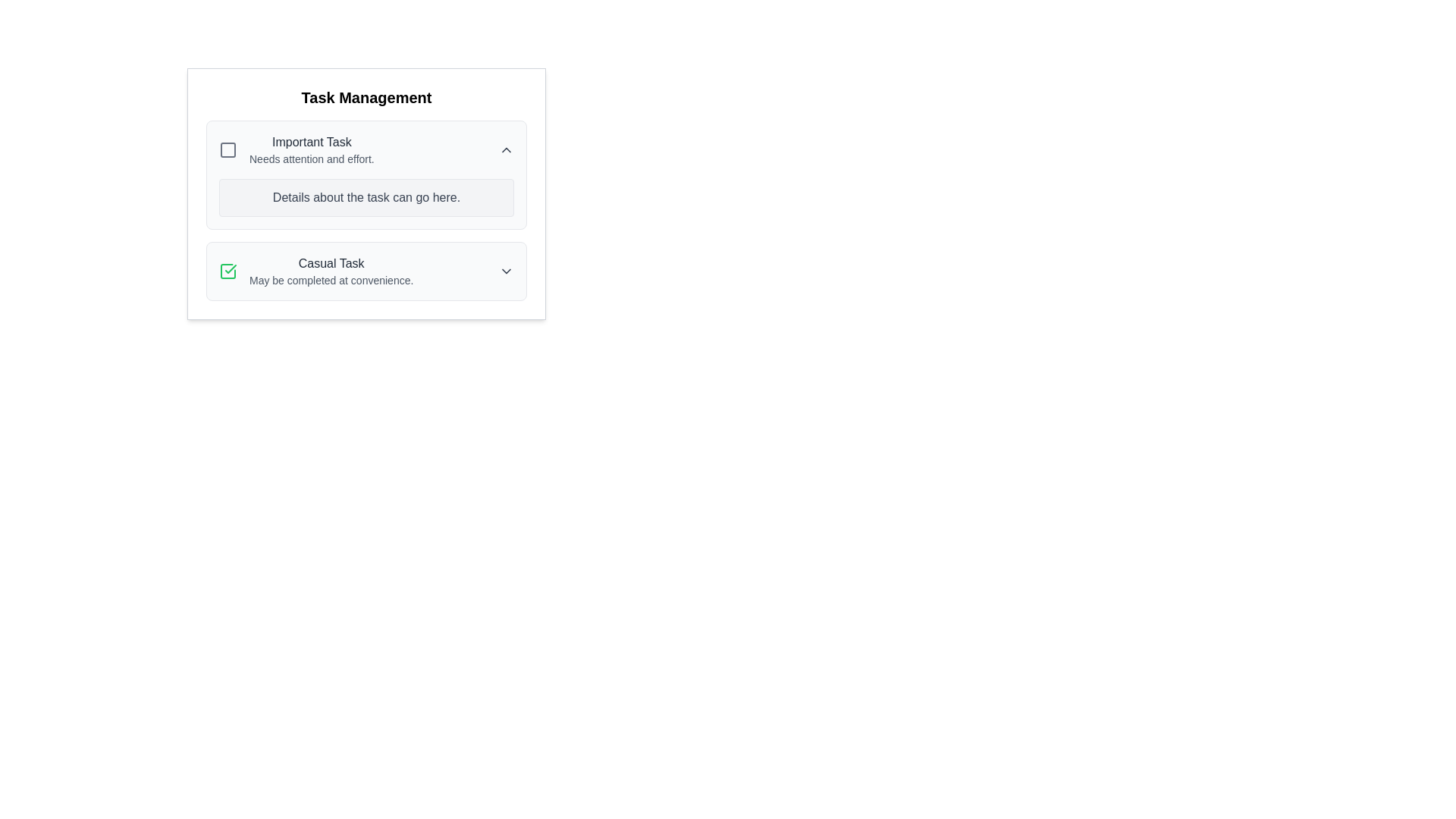  I want to click on the 'Important Task' label text element, which displays the phrase in gray on a white background, located at the top of a task card, so click(311, 143).